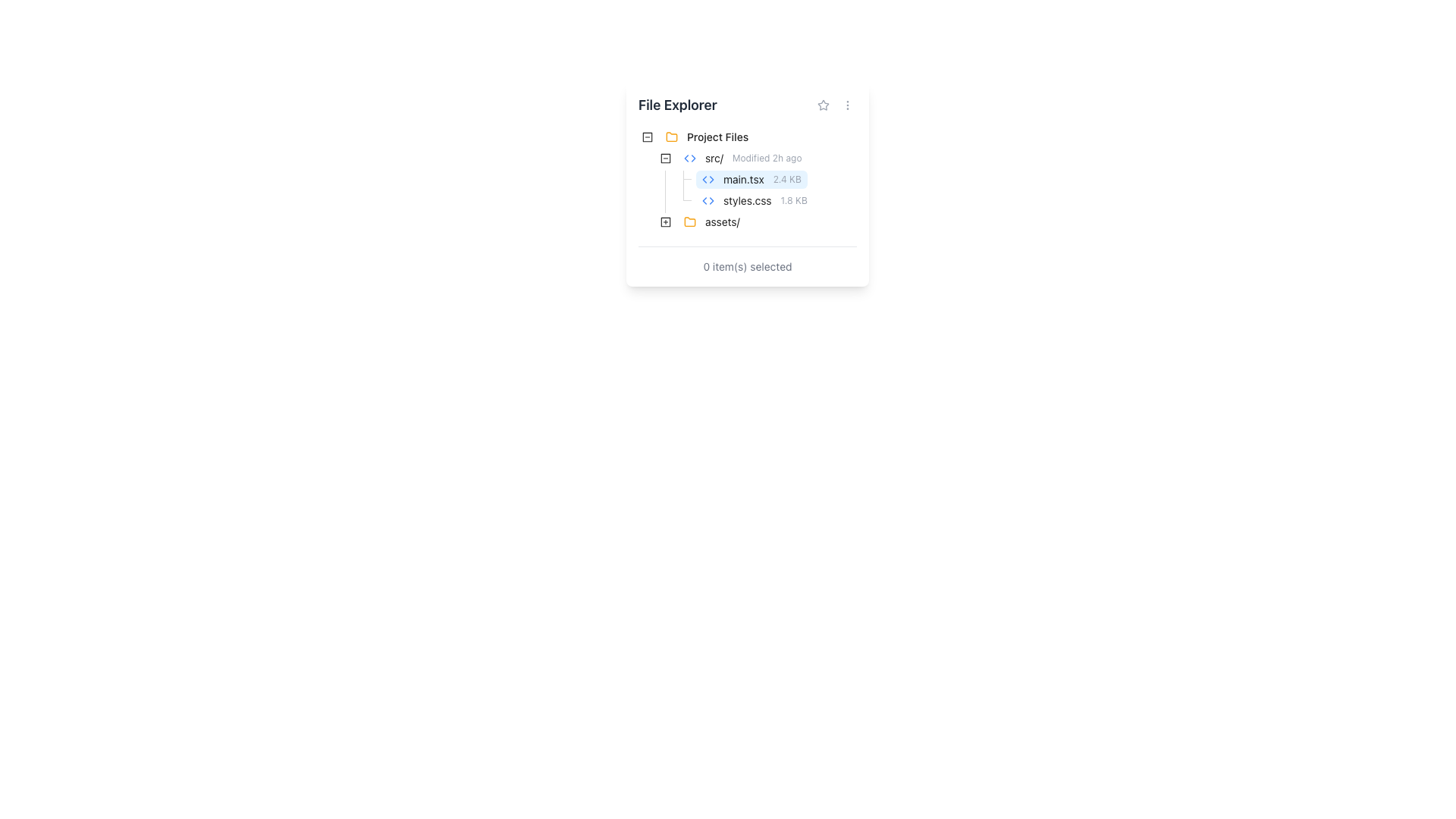 This screenshot has height=819, width=1456. What do you see at coordinates (648, 137) in the screenshot?
I see `the minus-square toggle button icon located to the left of the 'src/' label` at bounding box center [648, 137].